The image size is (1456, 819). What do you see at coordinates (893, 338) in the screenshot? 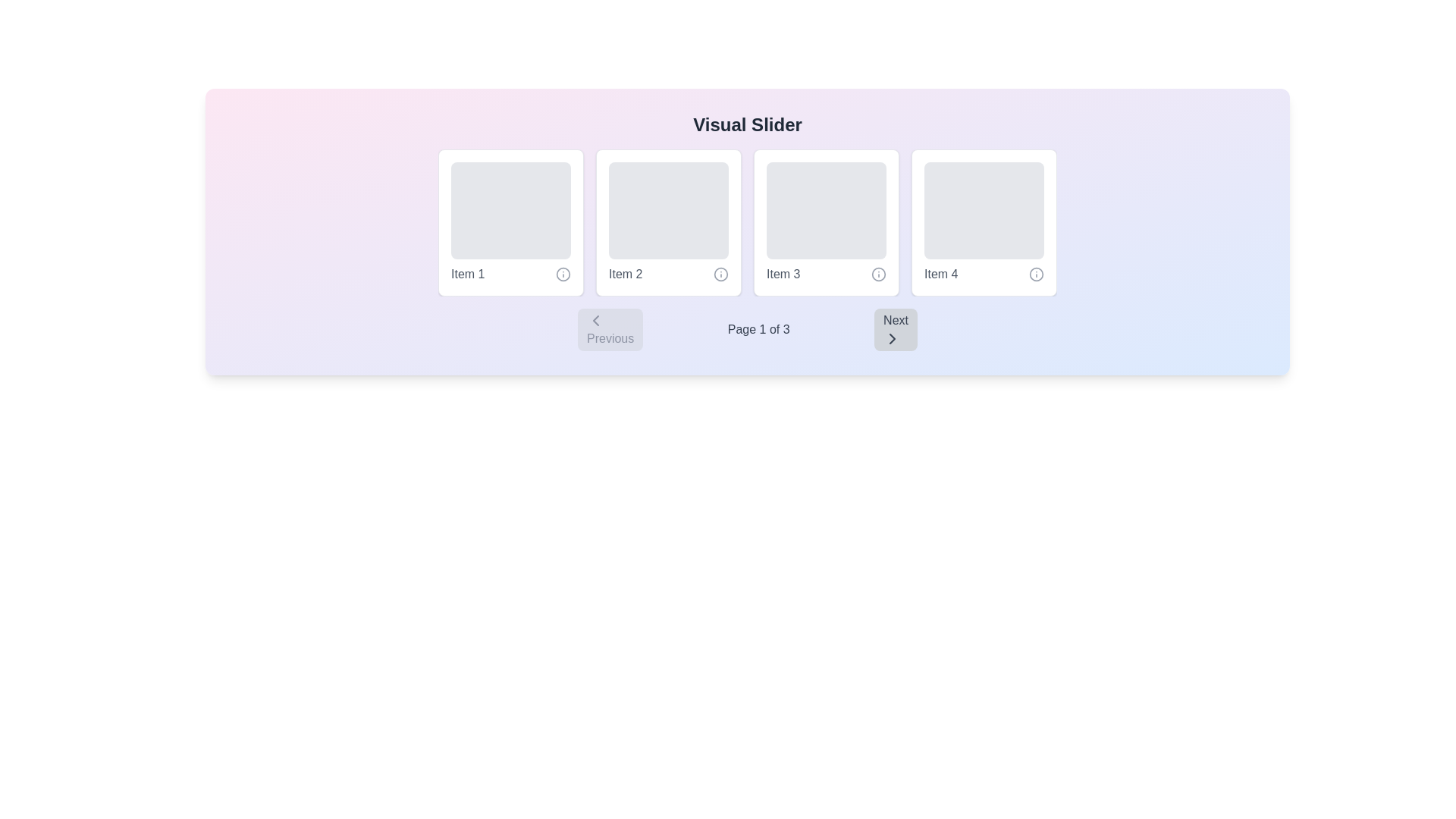
I see `the 'Next' button by clicking on the Chevron-Right icon located to the right of the pagination display at the center-bottom of the interface` at bounding box center [893, 338].